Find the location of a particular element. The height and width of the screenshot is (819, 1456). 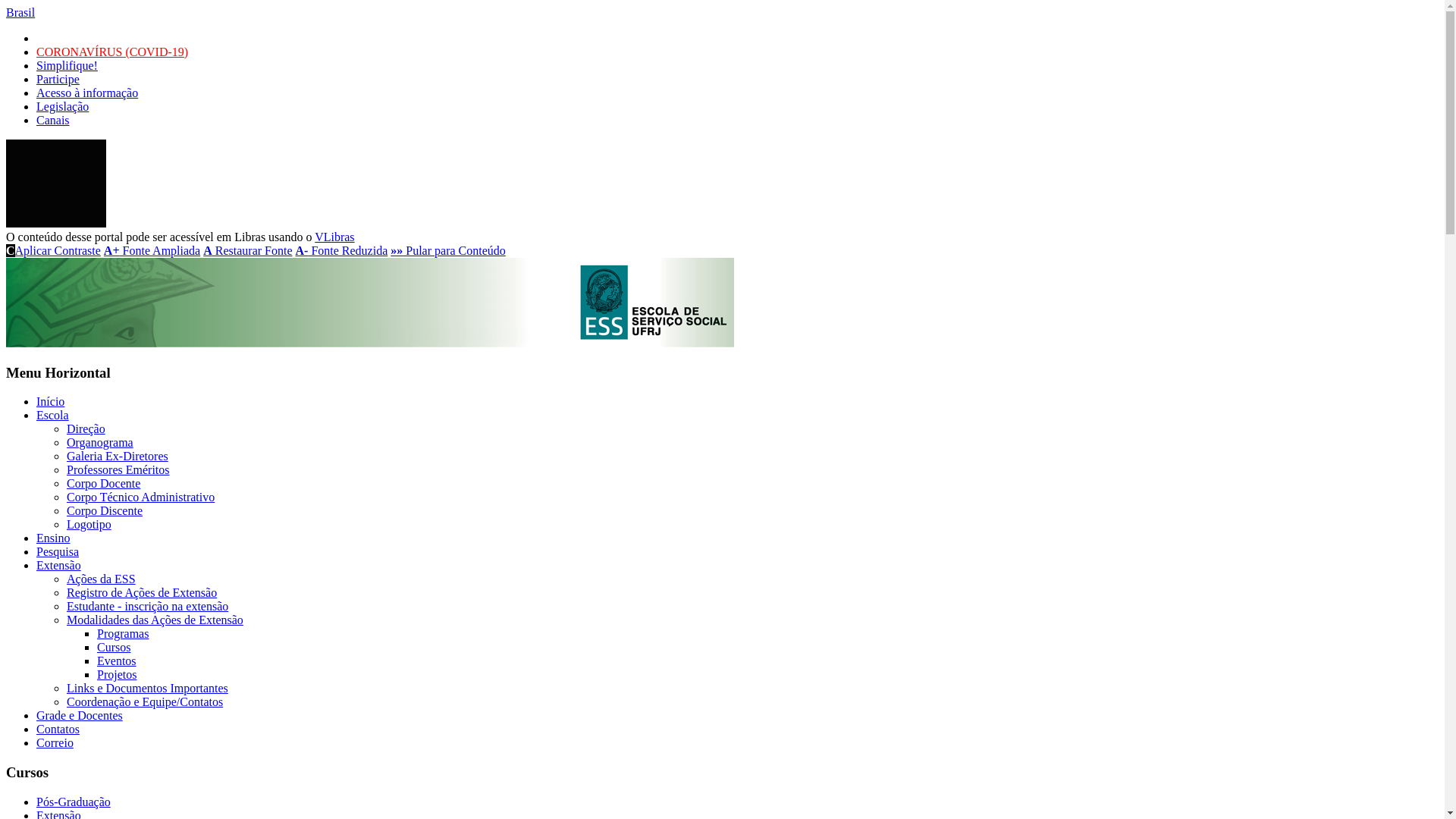

'Organograma' is located at coordinates (65, 442).